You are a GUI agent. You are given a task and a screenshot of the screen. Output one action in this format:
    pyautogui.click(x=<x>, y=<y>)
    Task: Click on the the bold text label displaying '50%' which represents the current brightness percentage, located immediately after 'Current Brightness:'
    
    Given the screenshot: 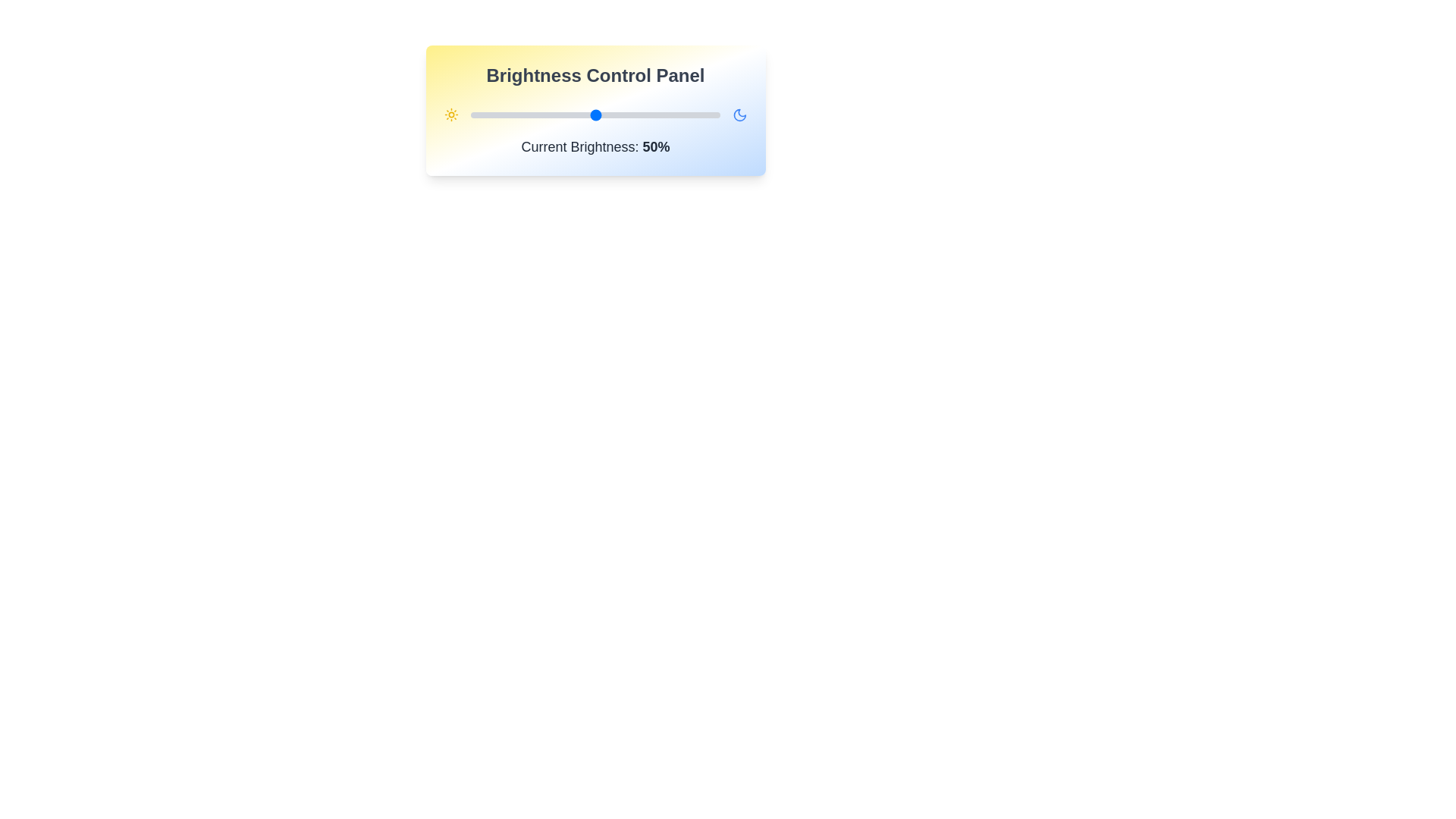 What is the action you would take?
    pyautogui.click(x=656, y=146)
    